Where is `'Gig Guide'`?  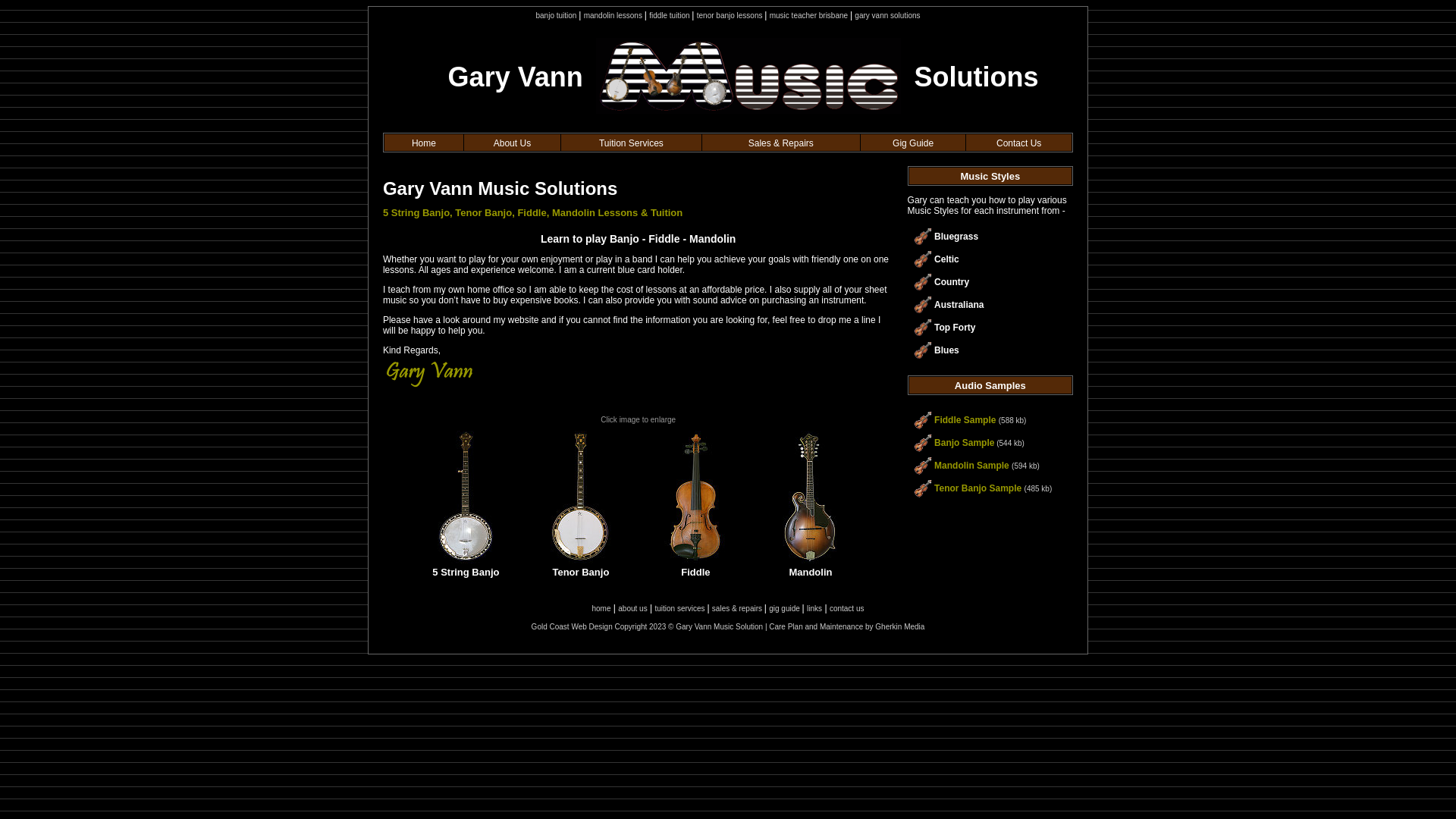
'Gig Guide' is located at coordinates (912, 143).